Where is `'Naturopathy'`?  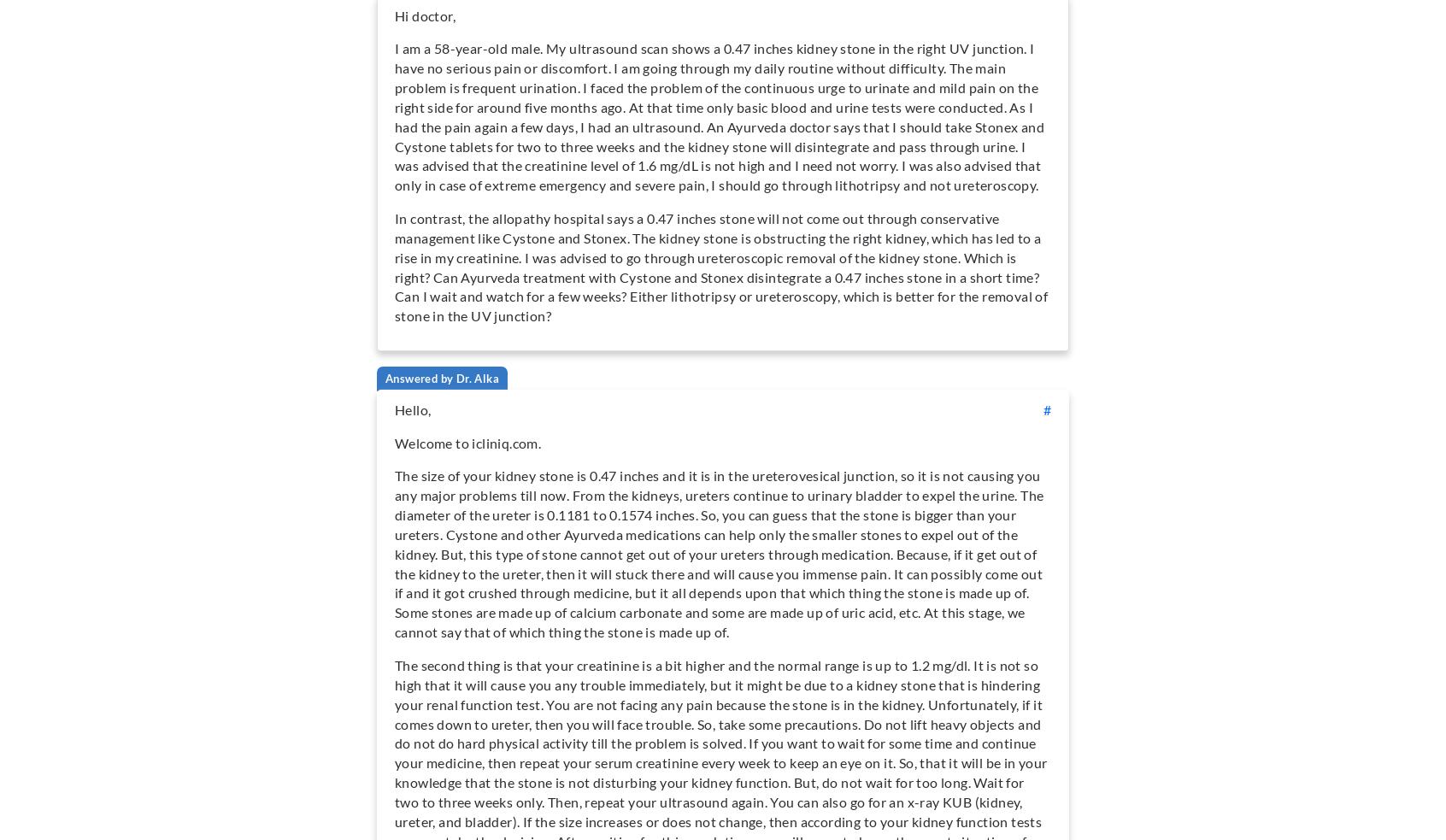 'Naturopathy' is located at coordinates (453, 344).